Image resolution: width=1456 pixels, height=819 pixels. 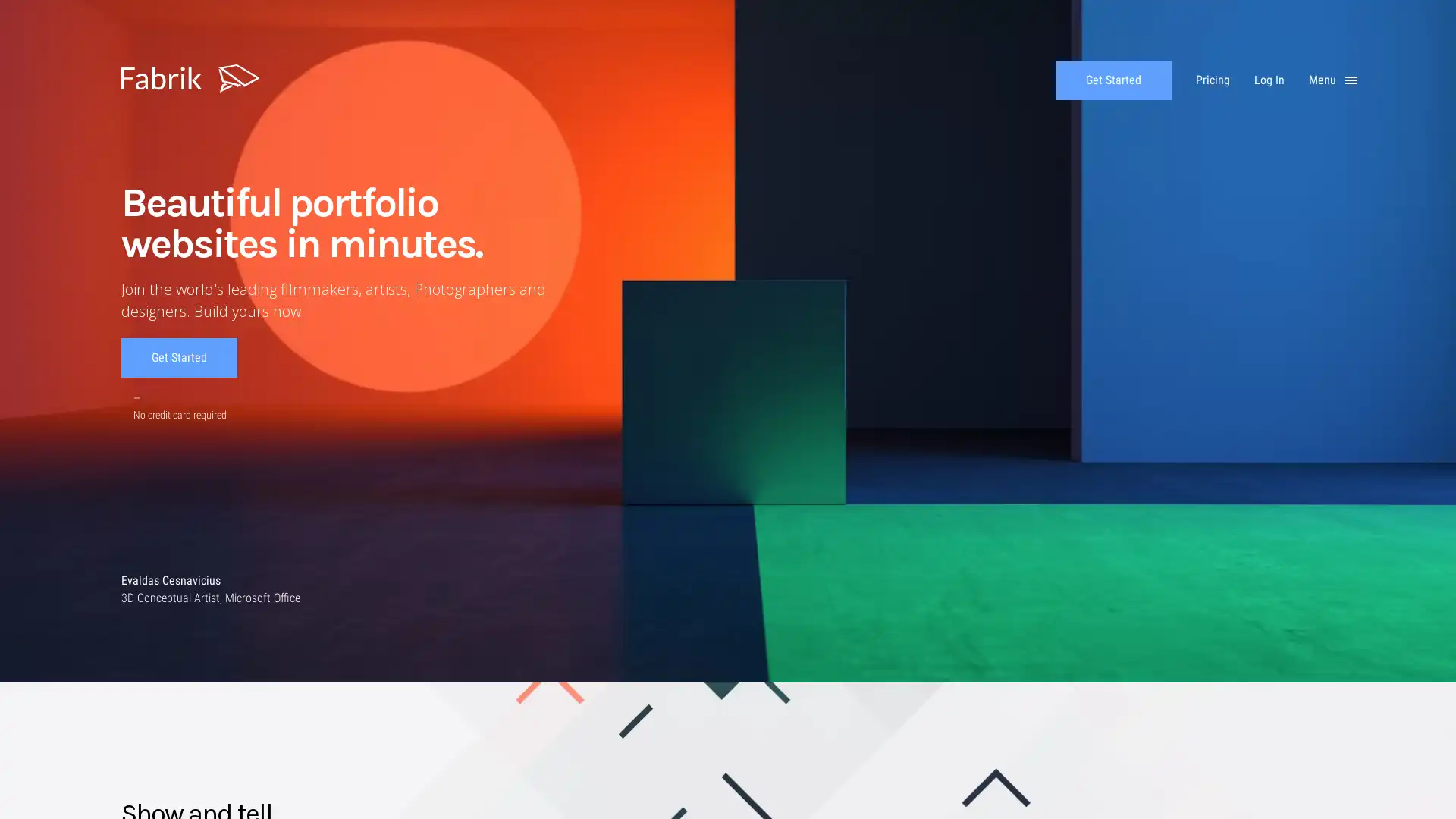 I want to click on Menu, so click(x=1323, y=80).